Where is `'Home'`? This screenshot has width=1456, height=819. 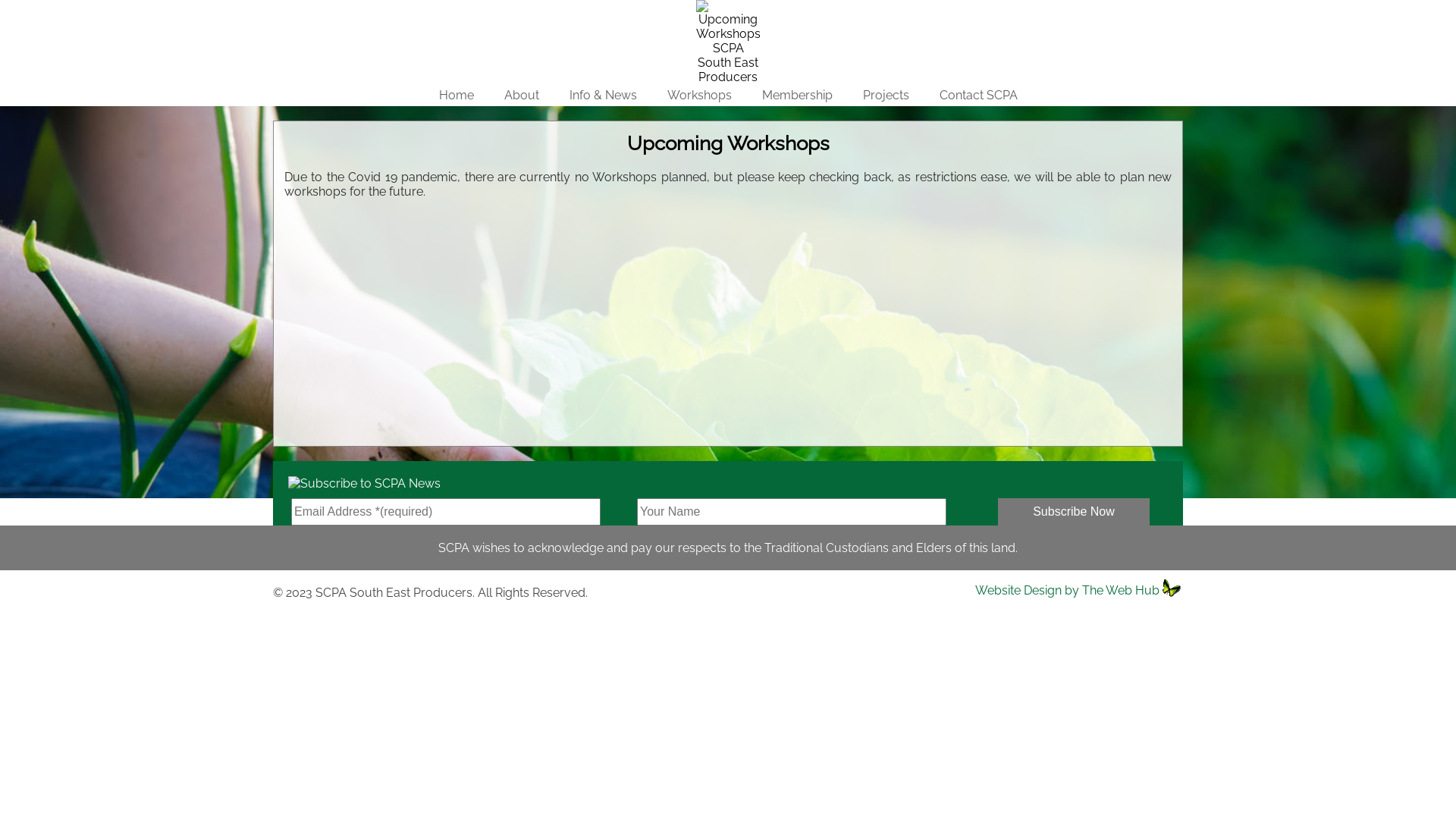 'Home' is located at coordinates (454, 95).